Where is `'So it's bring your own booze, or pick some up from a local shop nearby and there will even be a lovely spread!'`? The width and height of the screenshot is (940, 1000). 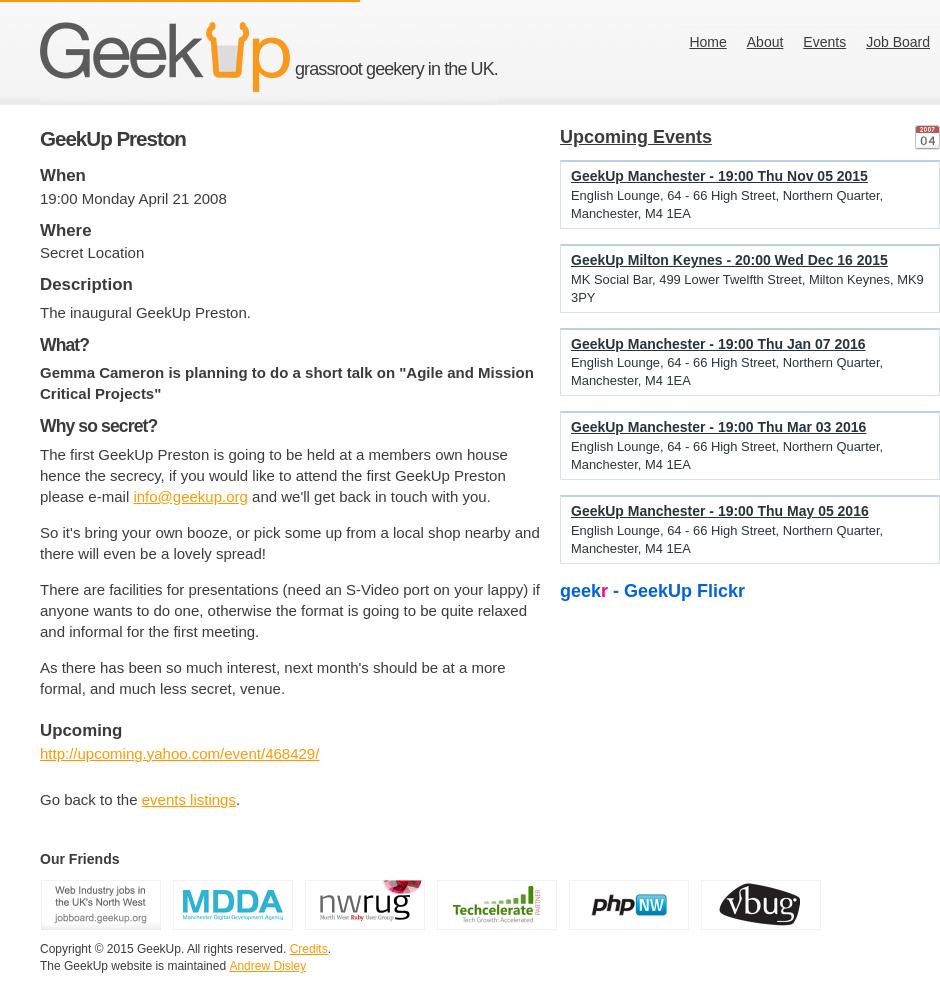
'So it's bring your own booze, or pick some up from a local shop nearby and there will even be a lovely spread!' is located at coordinates (288, 542).